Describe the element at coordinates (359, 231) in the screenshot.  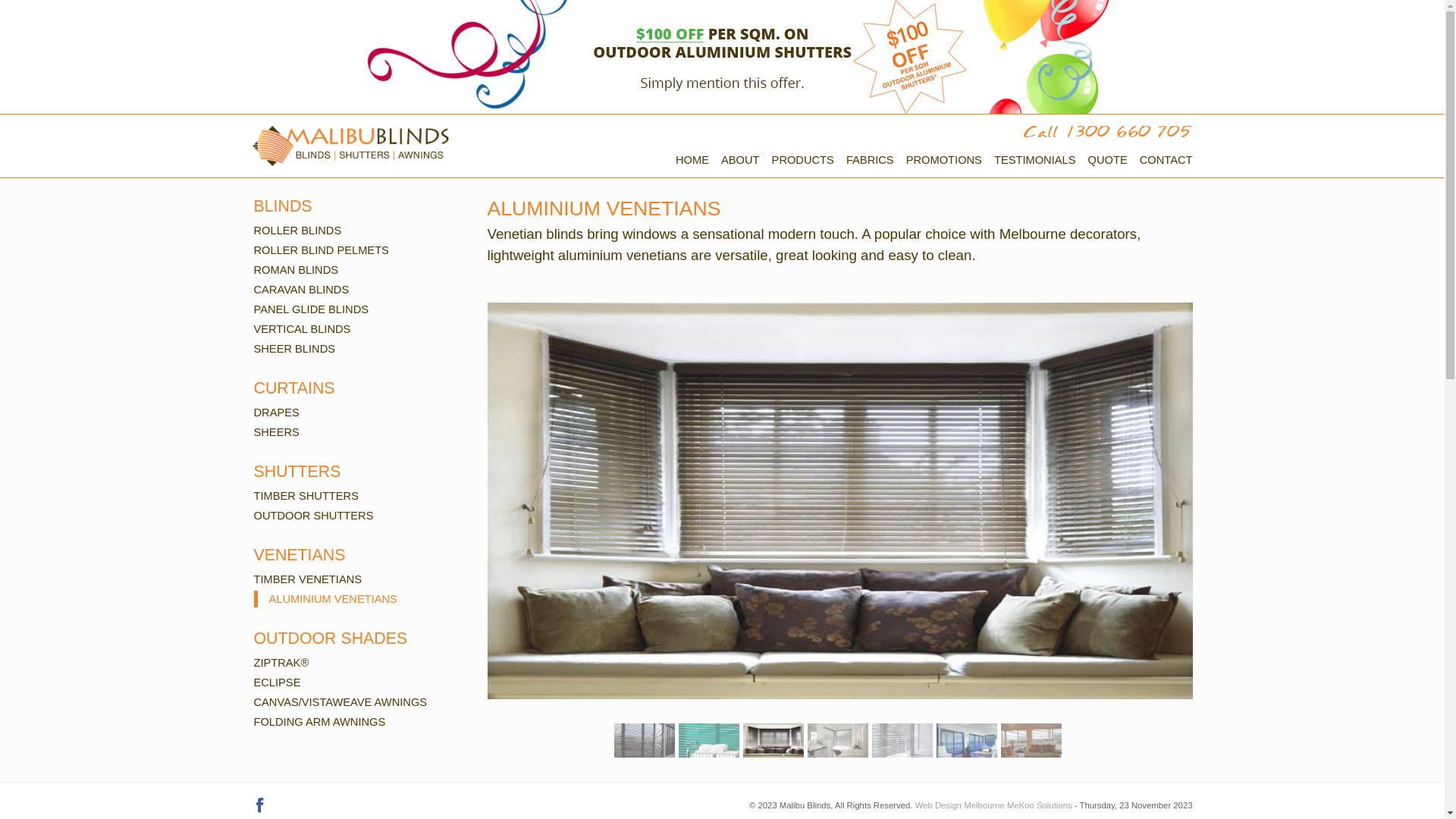
I see `'ROLLER BLINDS'` at that location.